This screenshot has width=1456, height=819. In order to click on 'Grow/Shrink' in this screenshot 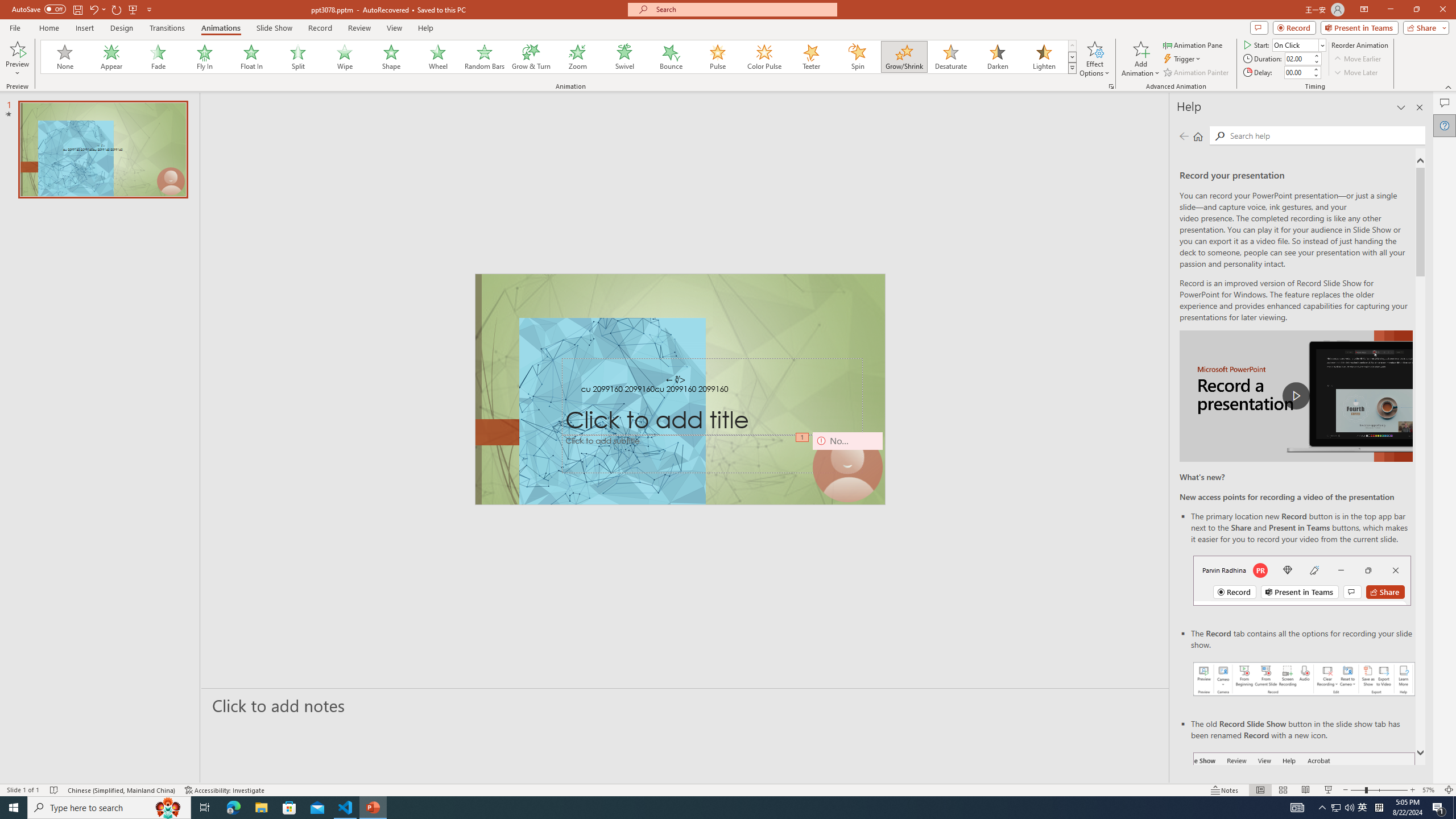, I will do `click(904, 56)`.